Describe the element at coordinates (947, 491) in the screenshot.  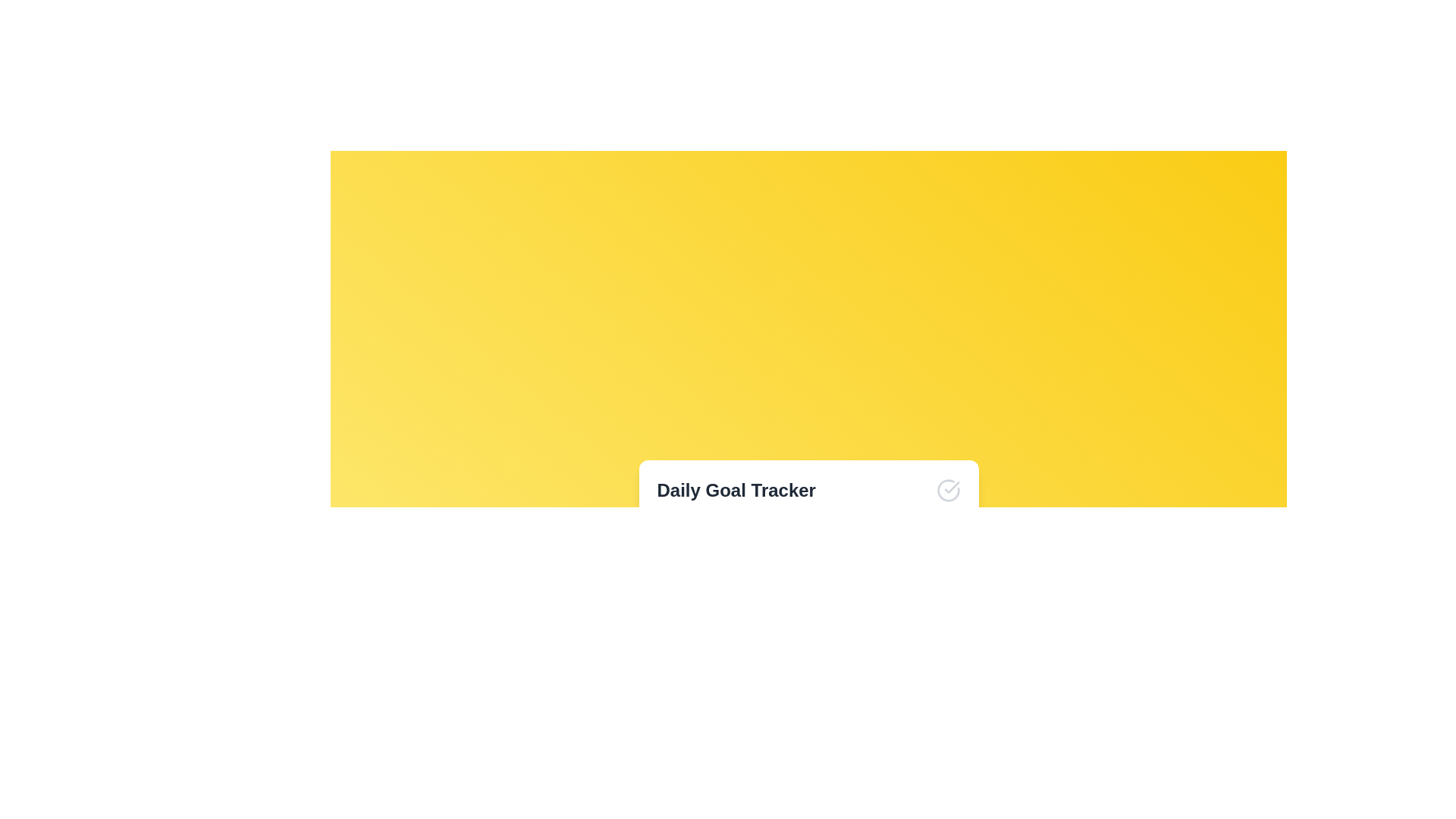
I see `SVG icon that indicates the completion of the 'Daily Goal Tracker' task, located to the right of the corresponding text` at that location.